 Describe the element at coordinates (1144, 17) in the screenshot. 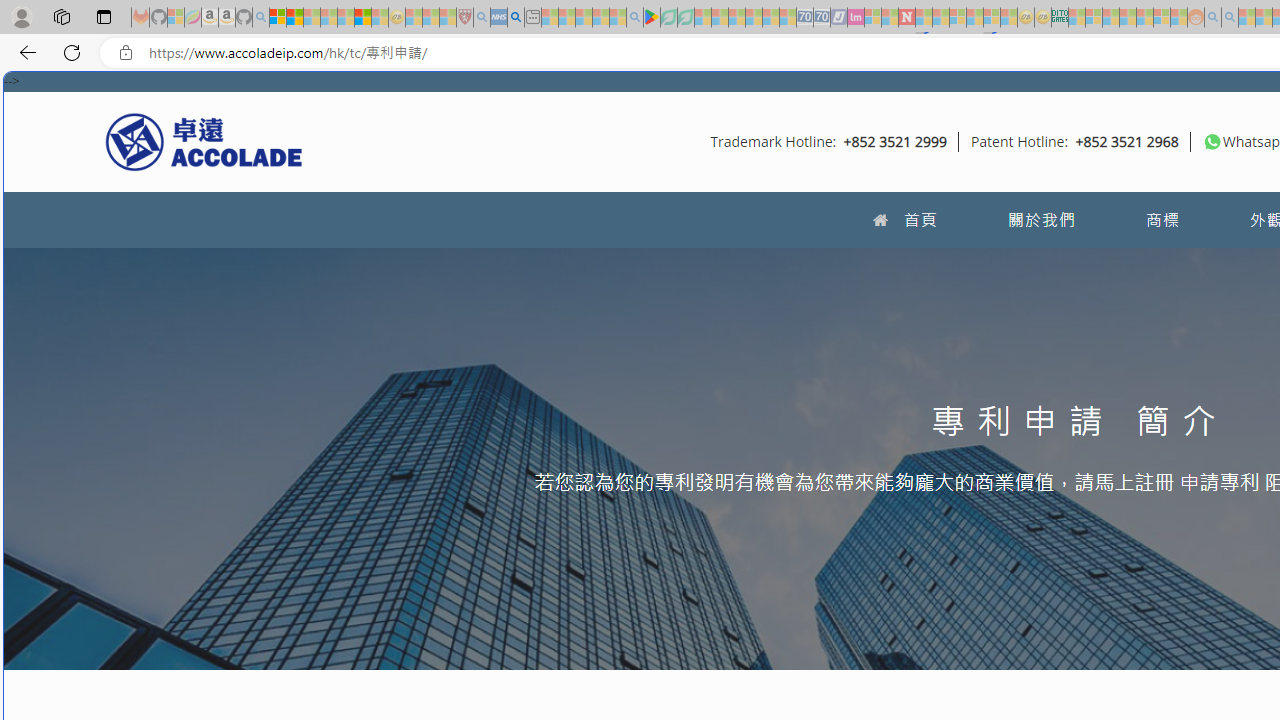

I see `'Kinda Frugal - MSN - Sleeping'` at that location.